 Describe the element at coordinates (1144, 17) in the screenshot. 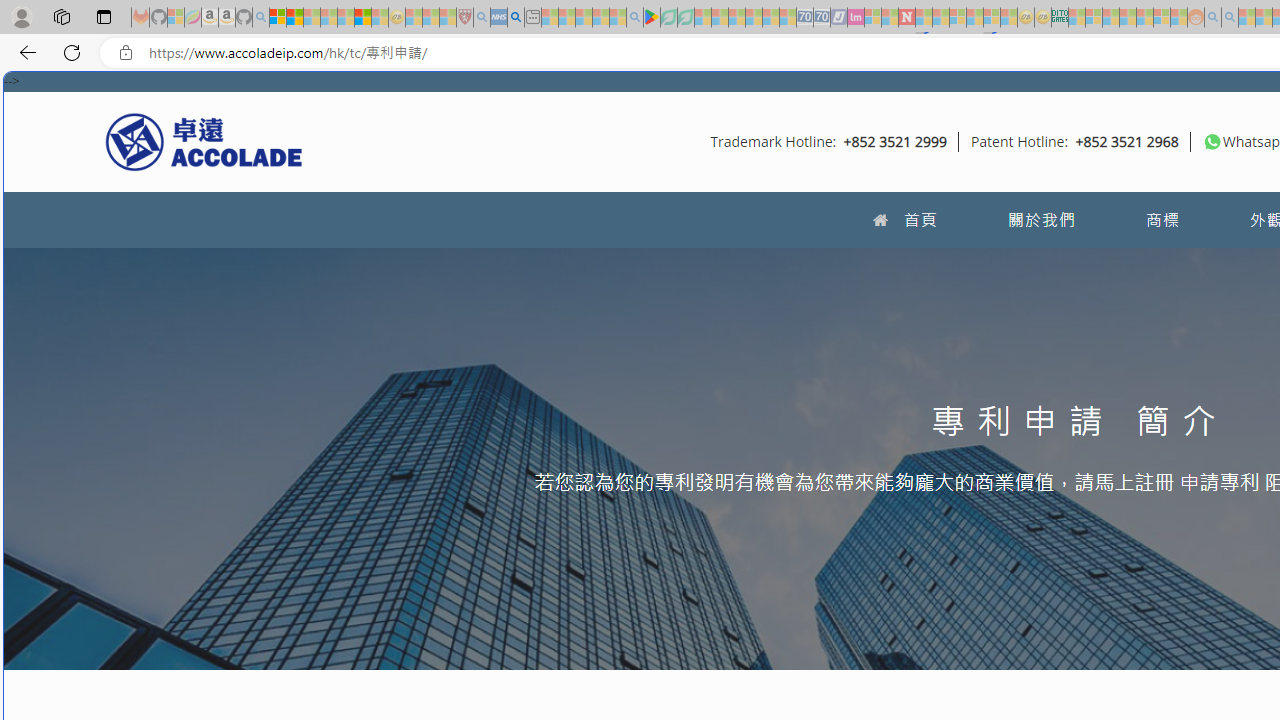

I see `'Kinda Frugal - MSN - Sleeping'` at that location.